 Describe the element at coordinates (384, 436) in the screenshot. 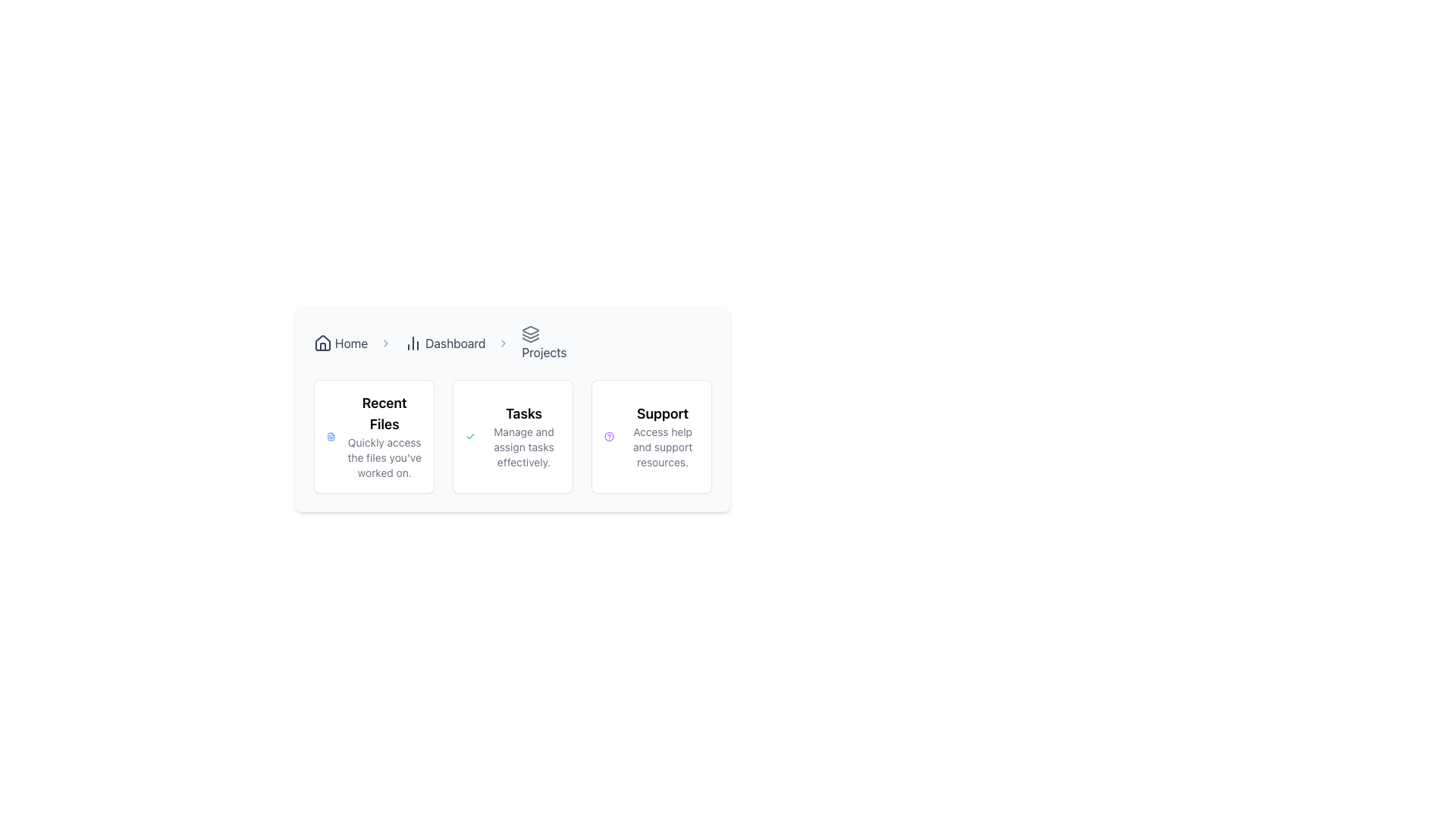

I see `the Text Block with Heading and Description` at that location.